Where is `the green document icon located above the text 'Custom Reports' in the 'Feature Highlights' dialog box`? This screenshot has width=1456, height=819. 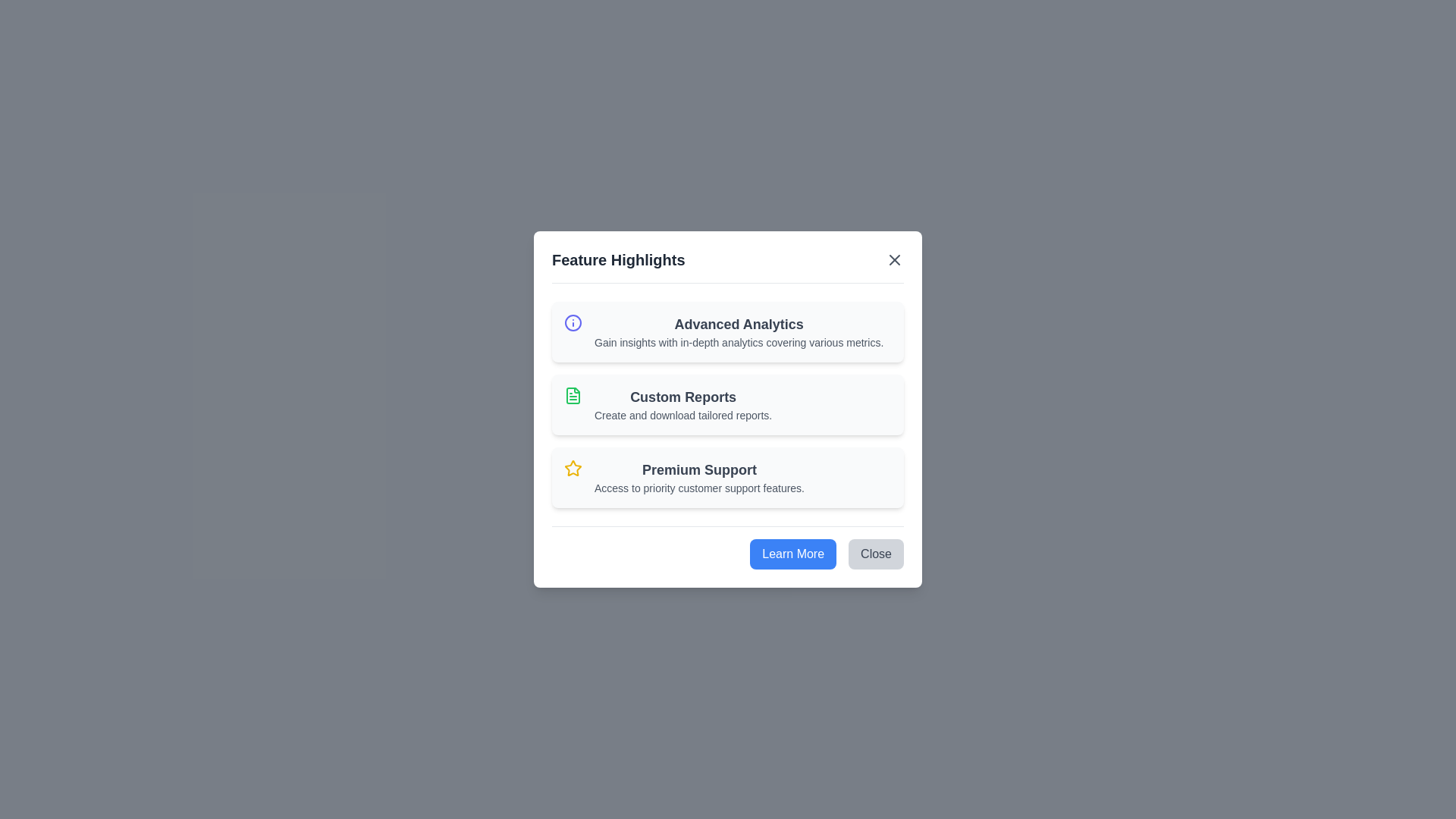
the green document icon located above the text 'Custom Reports' in the 'Feature Highlights' dialog box is located at coordinates (572, 394).